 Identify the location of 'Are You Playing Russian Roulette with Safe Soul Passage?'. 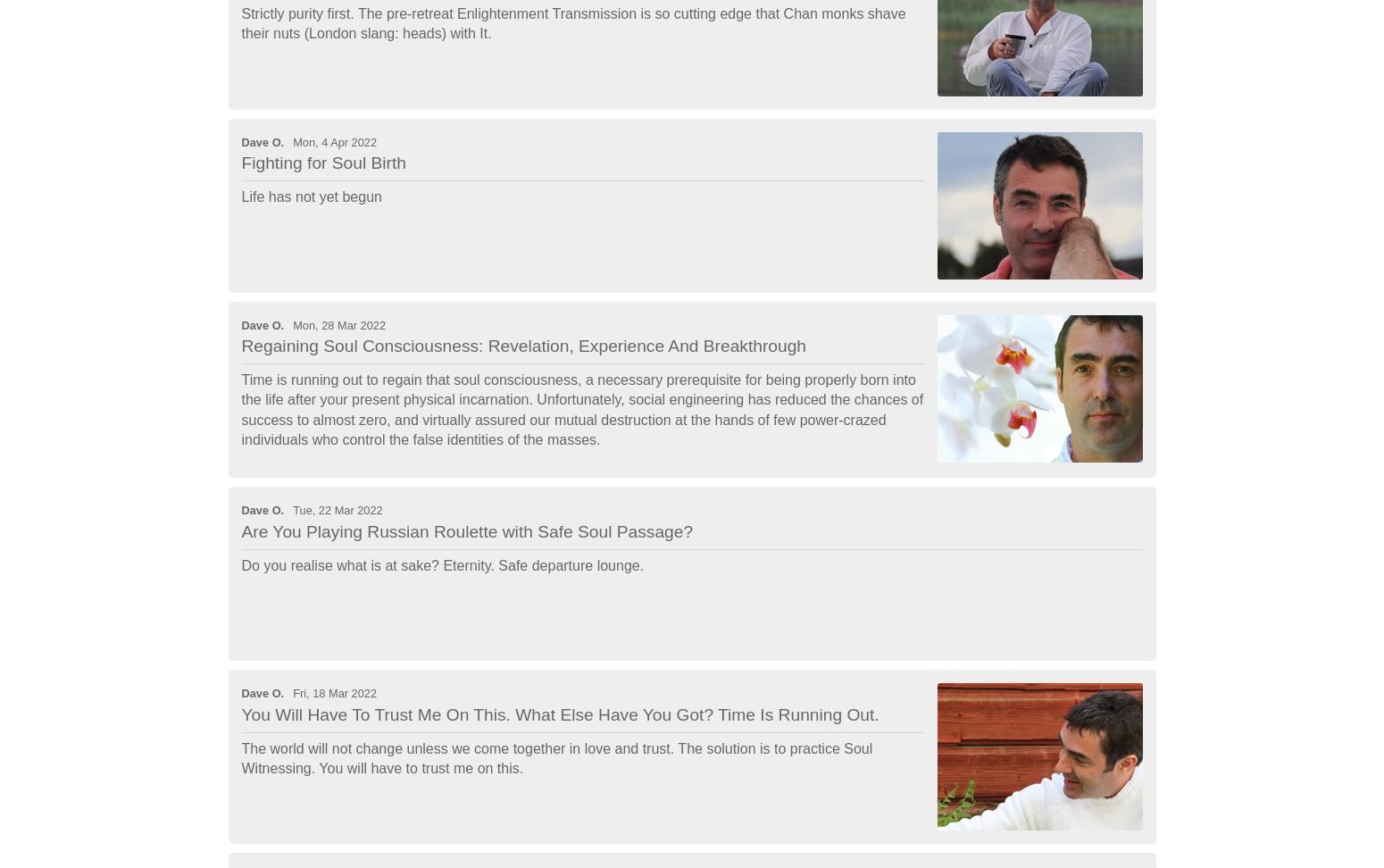
(465, 530).